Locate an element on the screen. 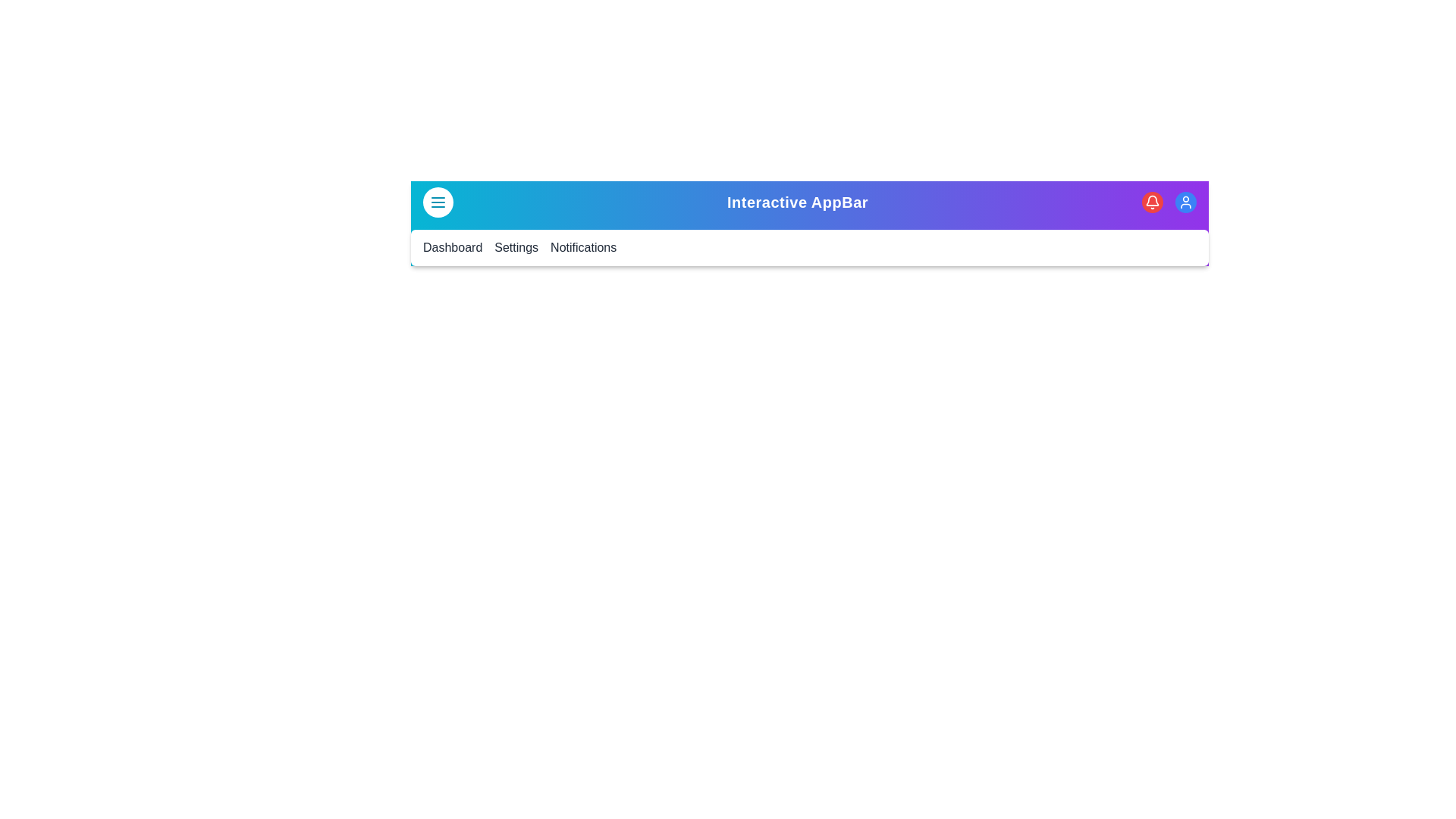  menu toggle button to toggle the menu visibility is located at coordinates (437, 201).